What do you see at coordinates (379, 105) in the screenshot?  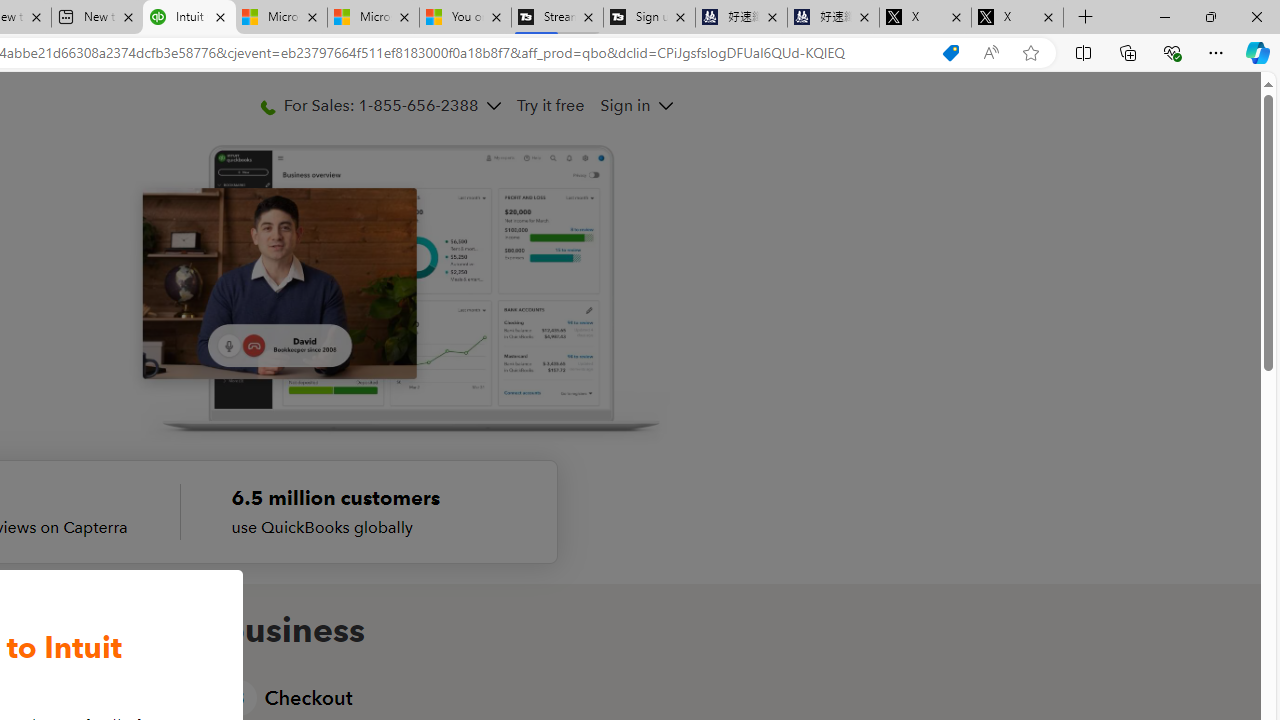 I see `'For Sales: 1-855-656-2388'` at bounding box center [379, 105].